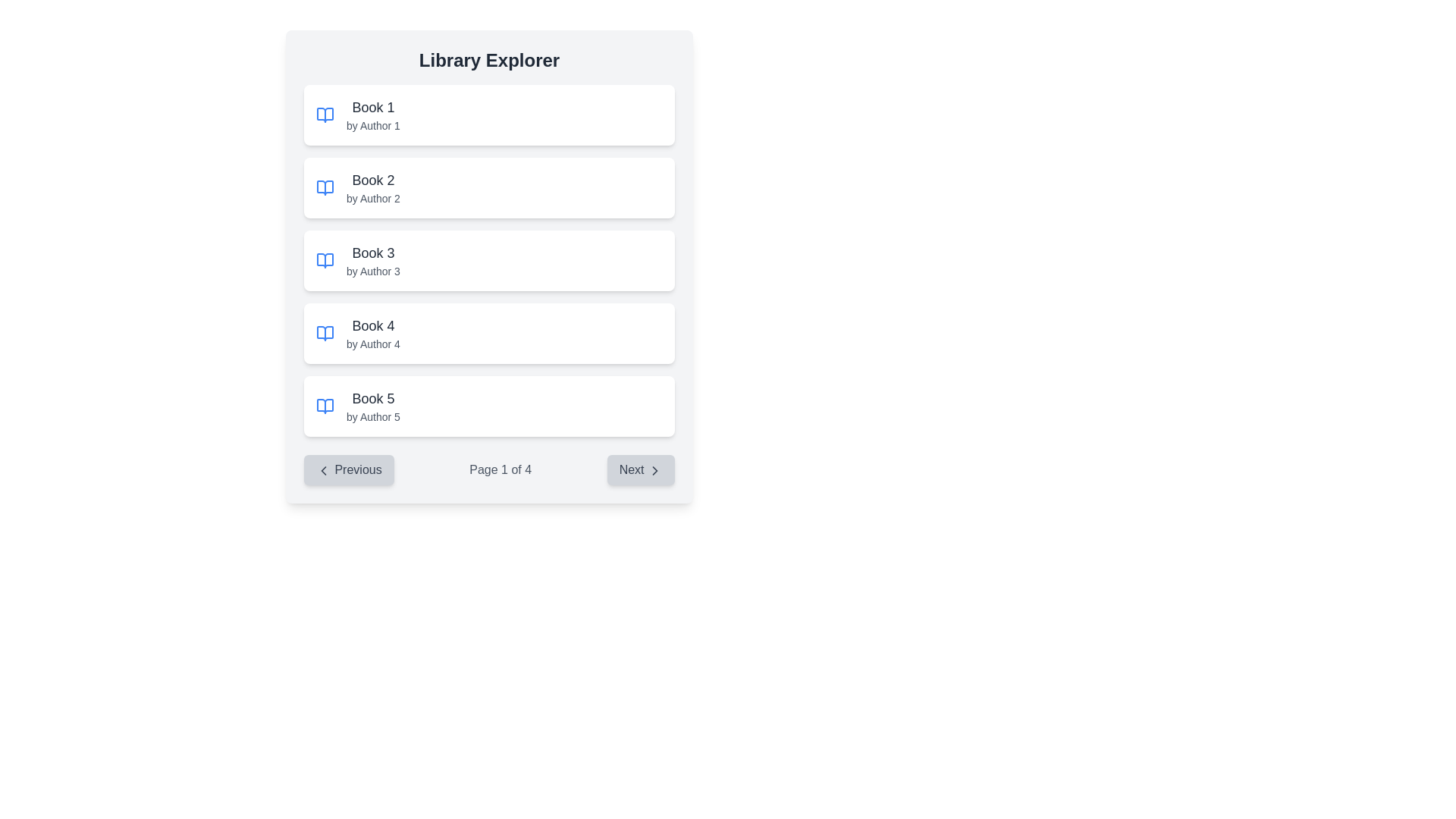  What do you see at coordinates (324, 114) in the screenshot?
I see `the open book icon, which is the leftmost component in the row for 'Book 1' under 'Library Explorer'` at bounding box center [324, 114].